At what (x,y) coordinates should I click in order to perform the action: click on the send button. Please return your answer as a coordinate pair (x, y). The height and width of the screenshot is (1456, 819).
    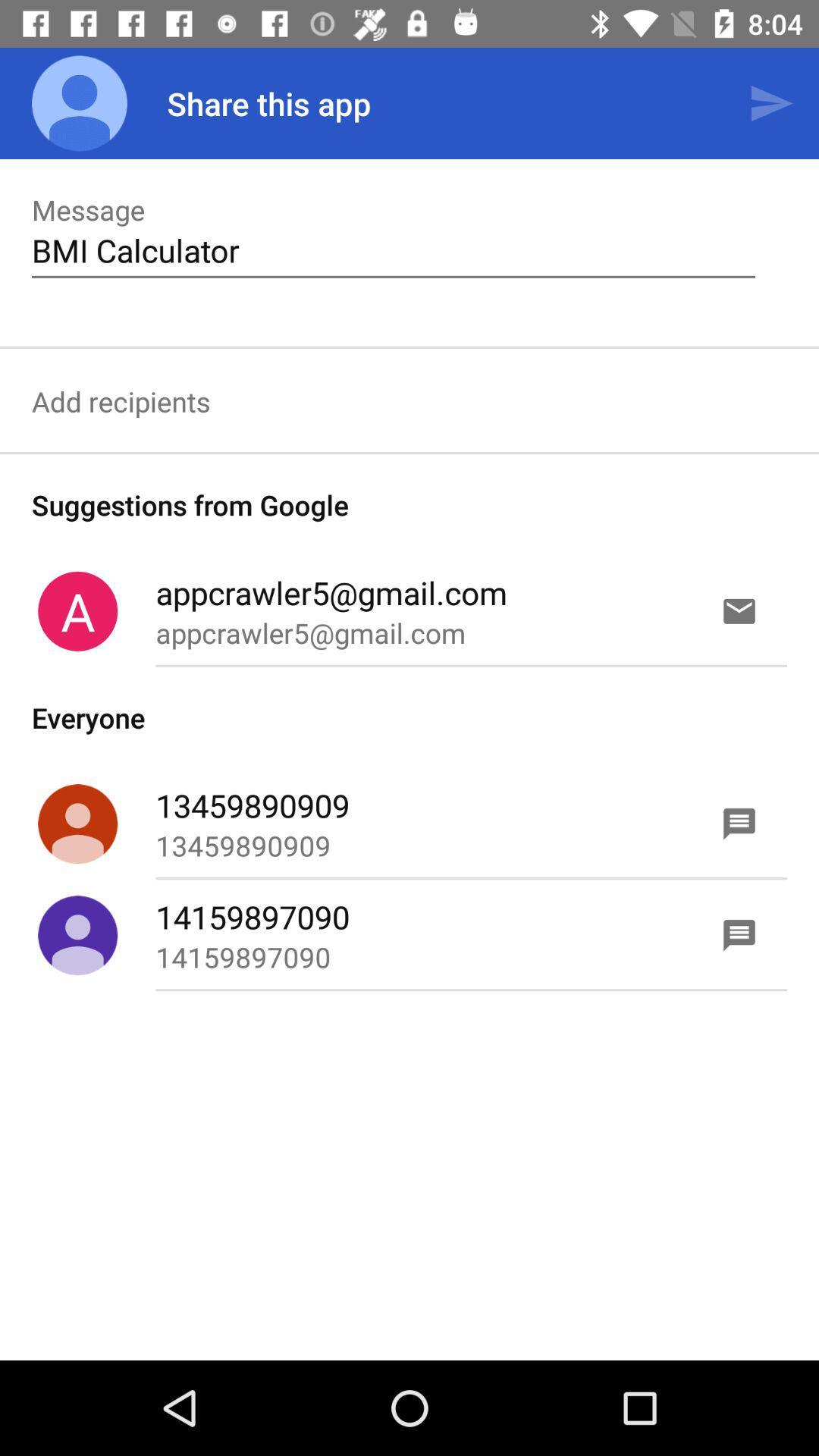
    Looking at the image, I should click on (771, 103).